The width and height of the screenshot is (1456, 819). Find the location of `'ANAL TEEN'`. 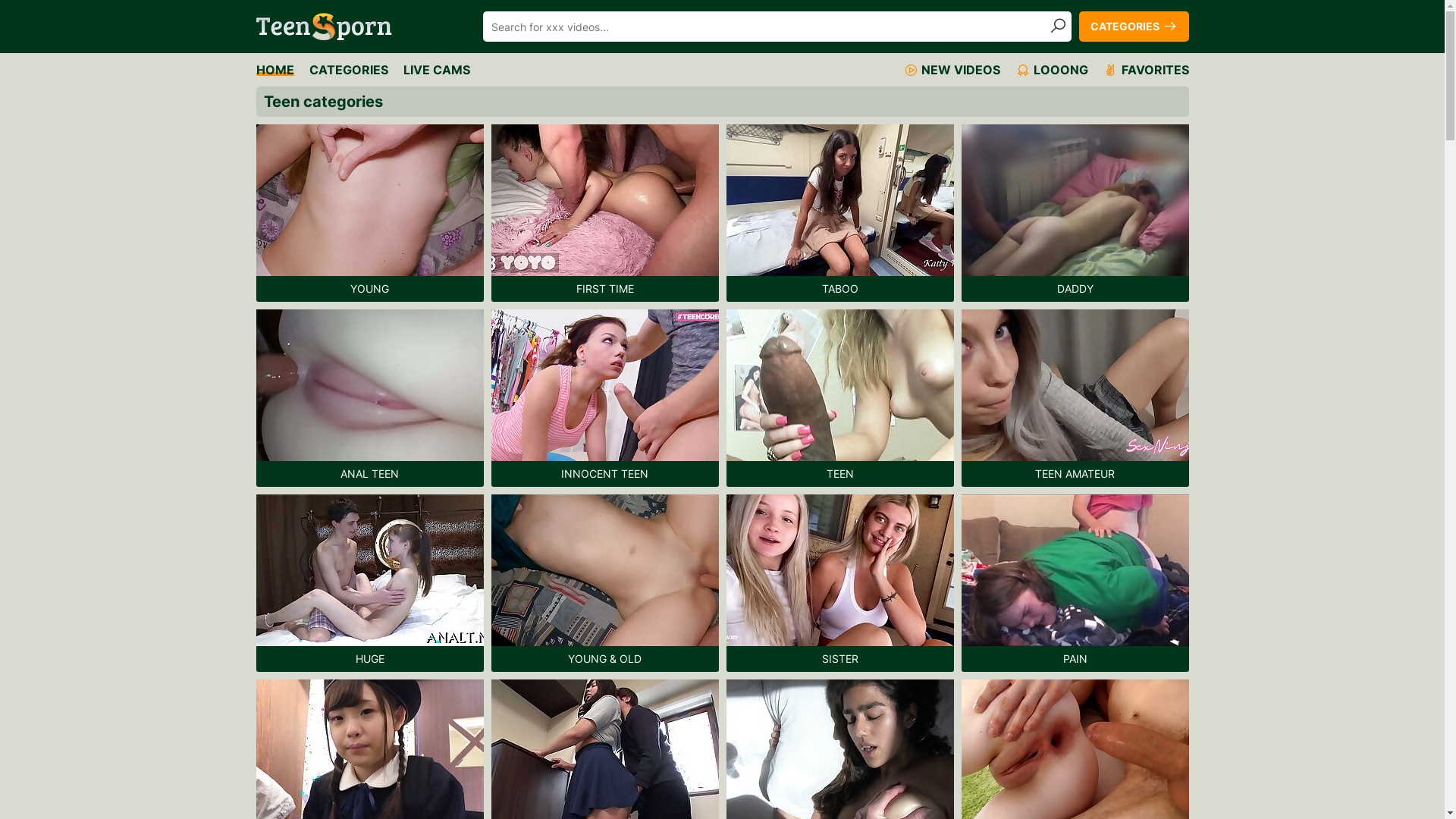

'ANAL TEEN' is located at coordinates (370, 397).